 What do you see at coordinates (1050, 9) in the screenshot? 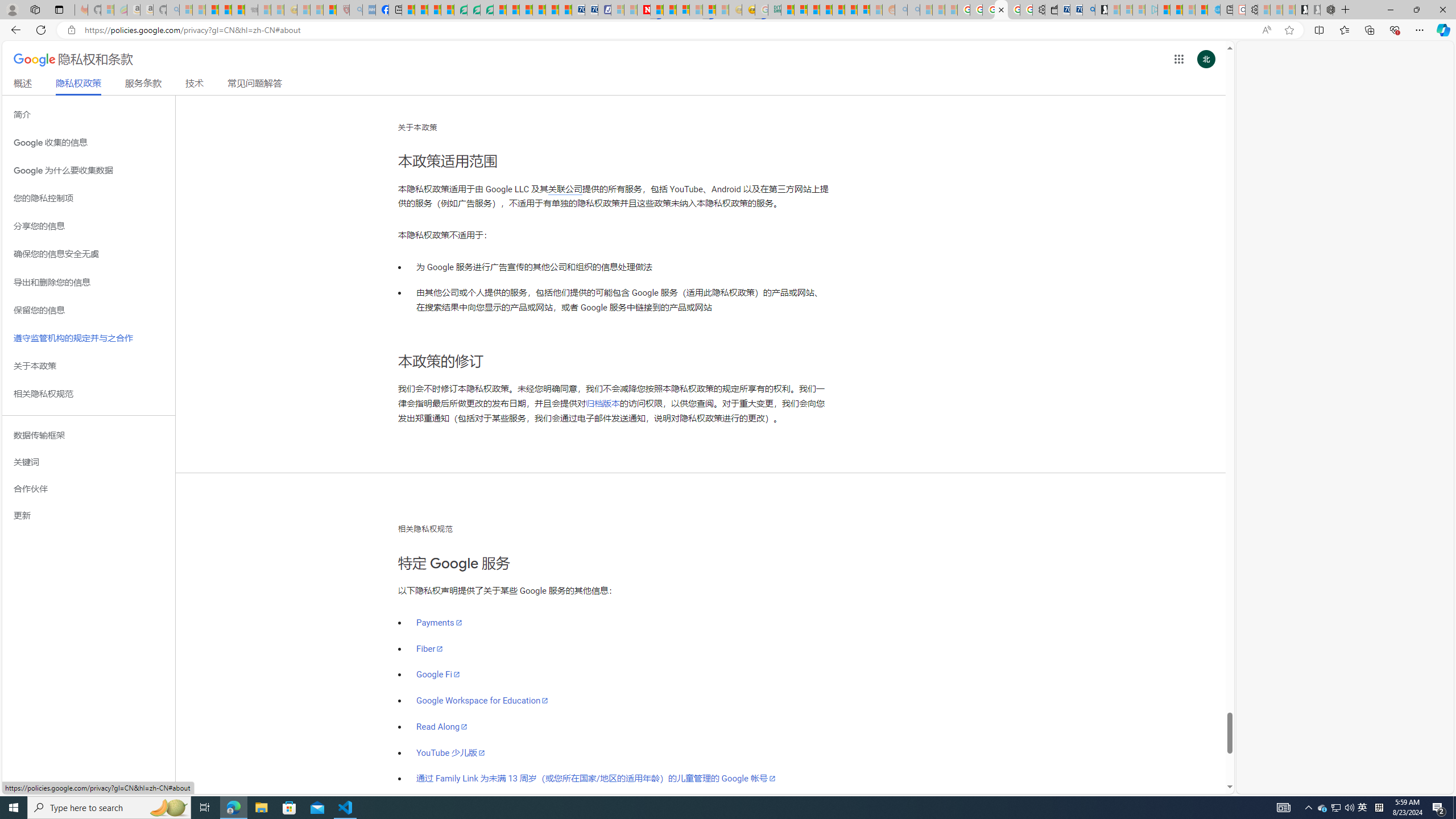
I see `'Wallet'` at bounding box center [1050, 9].